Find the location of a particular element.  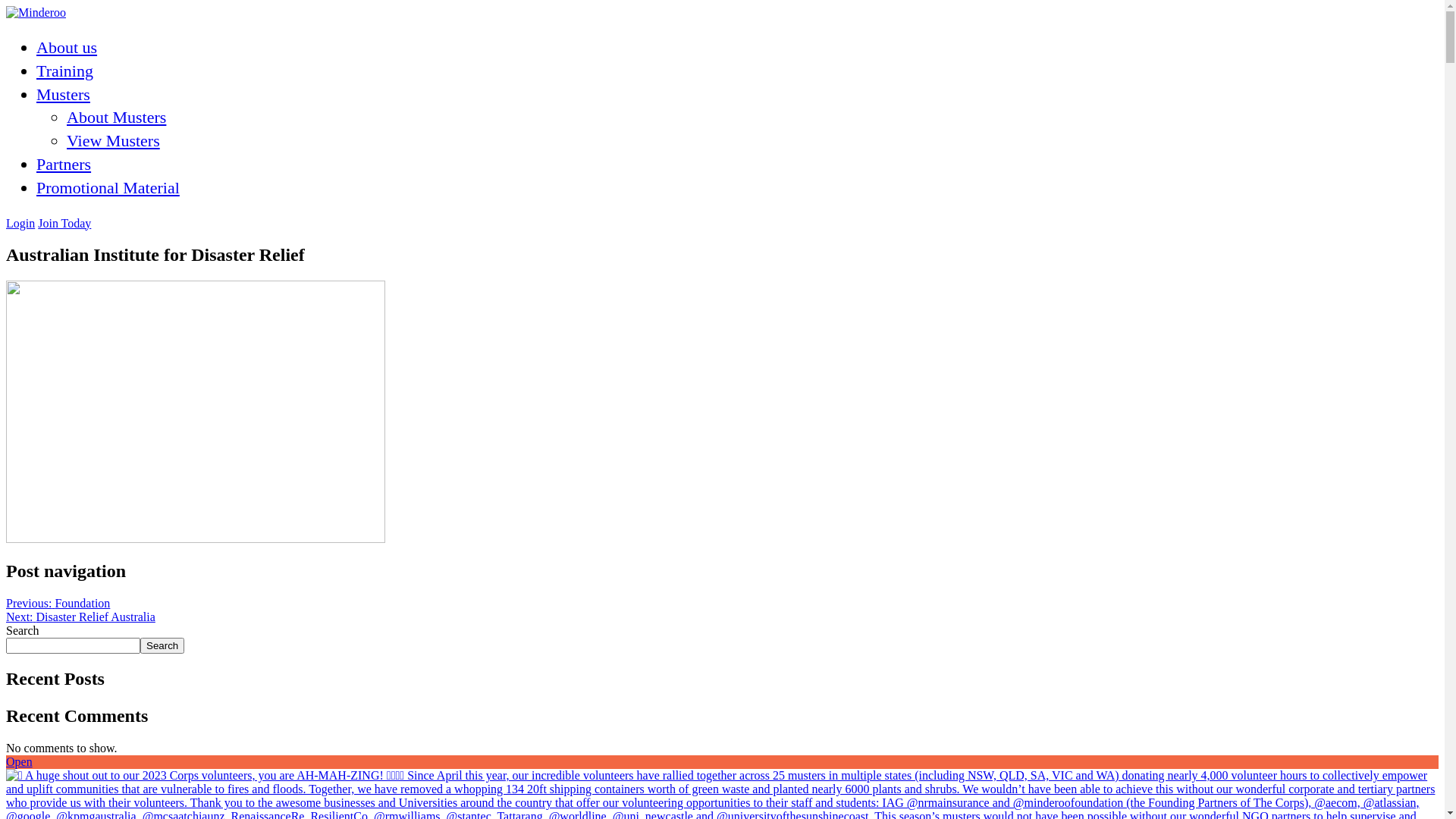

'Training' is located at coordinates (64, 71).